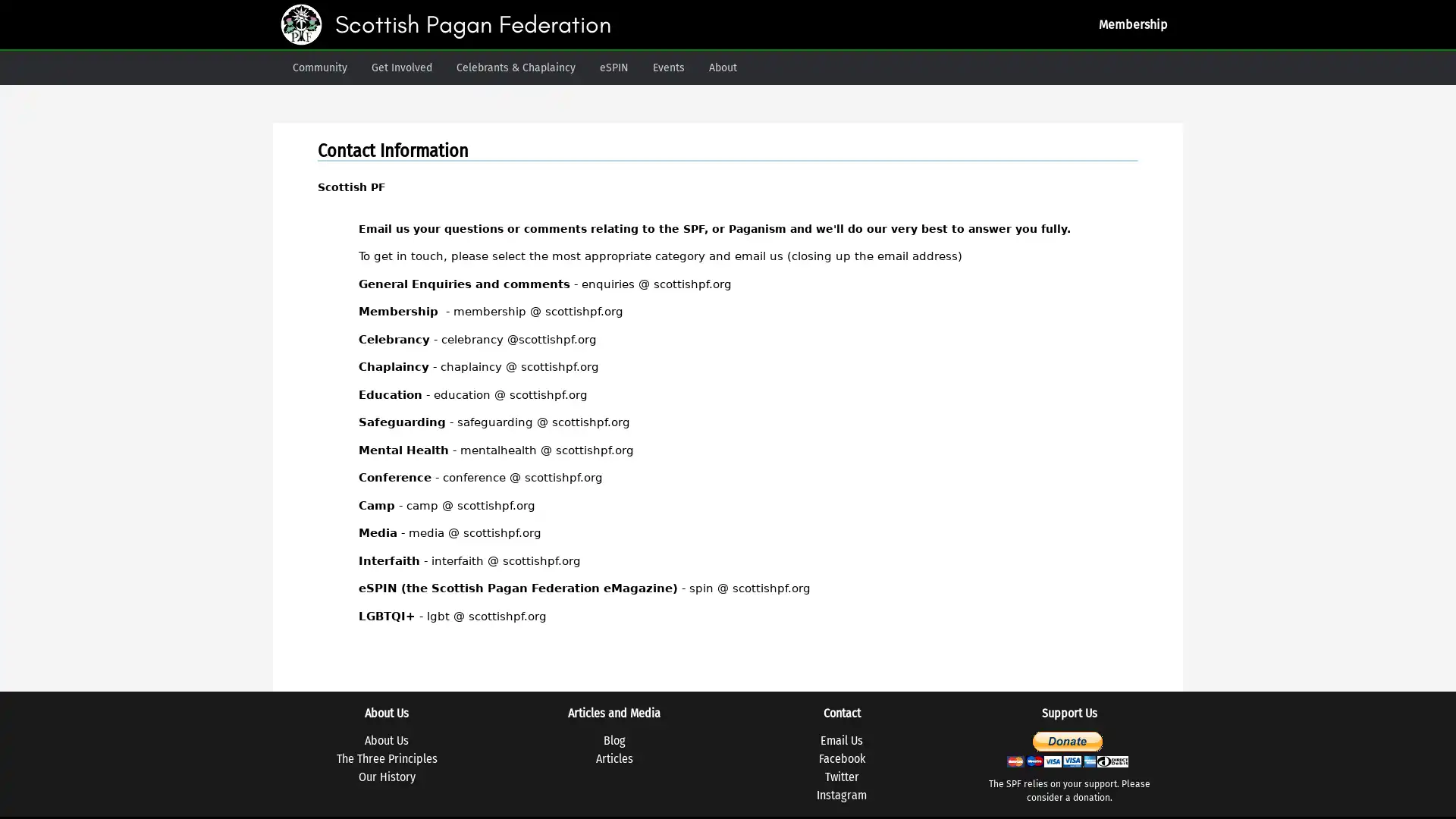 The height and width of the screenshot is (819, 1456). What do you see at coordinates (319, 67) in the screenshot?
I see `Community` at bounding box center [319, 67].